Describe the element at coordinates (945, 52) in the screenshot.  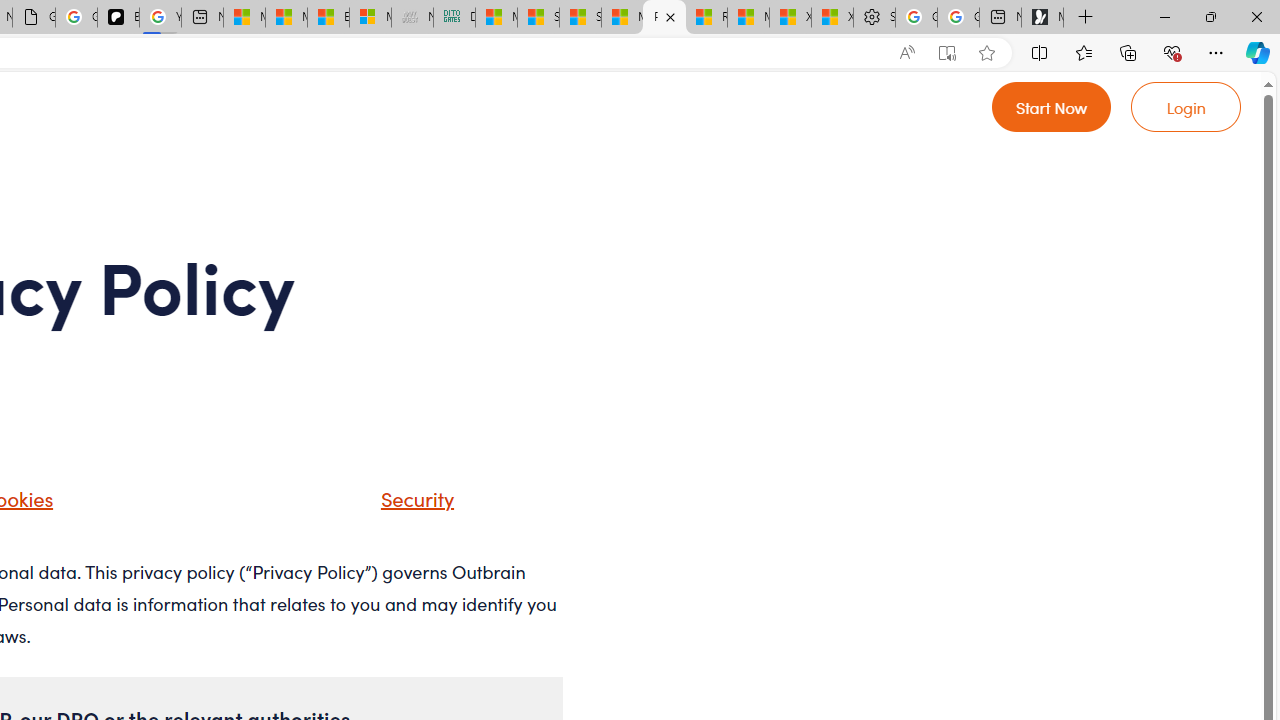
I see `'Enter Immersive Reader (F9)'` at that location.